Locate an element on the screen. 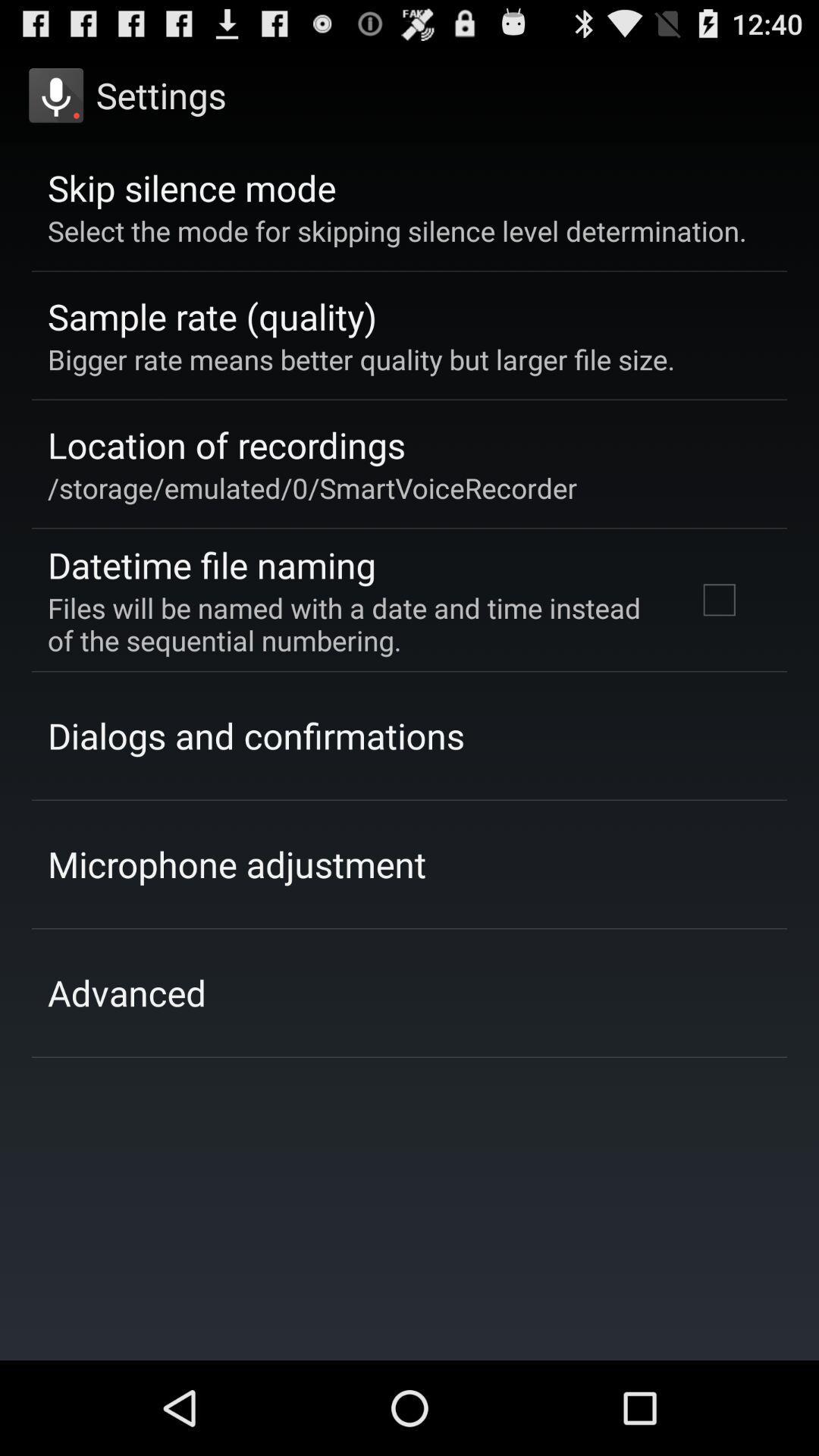 This screenshot has width=819, height=1456. the app below sample rate (quality) is located at coordinates (361, 359).